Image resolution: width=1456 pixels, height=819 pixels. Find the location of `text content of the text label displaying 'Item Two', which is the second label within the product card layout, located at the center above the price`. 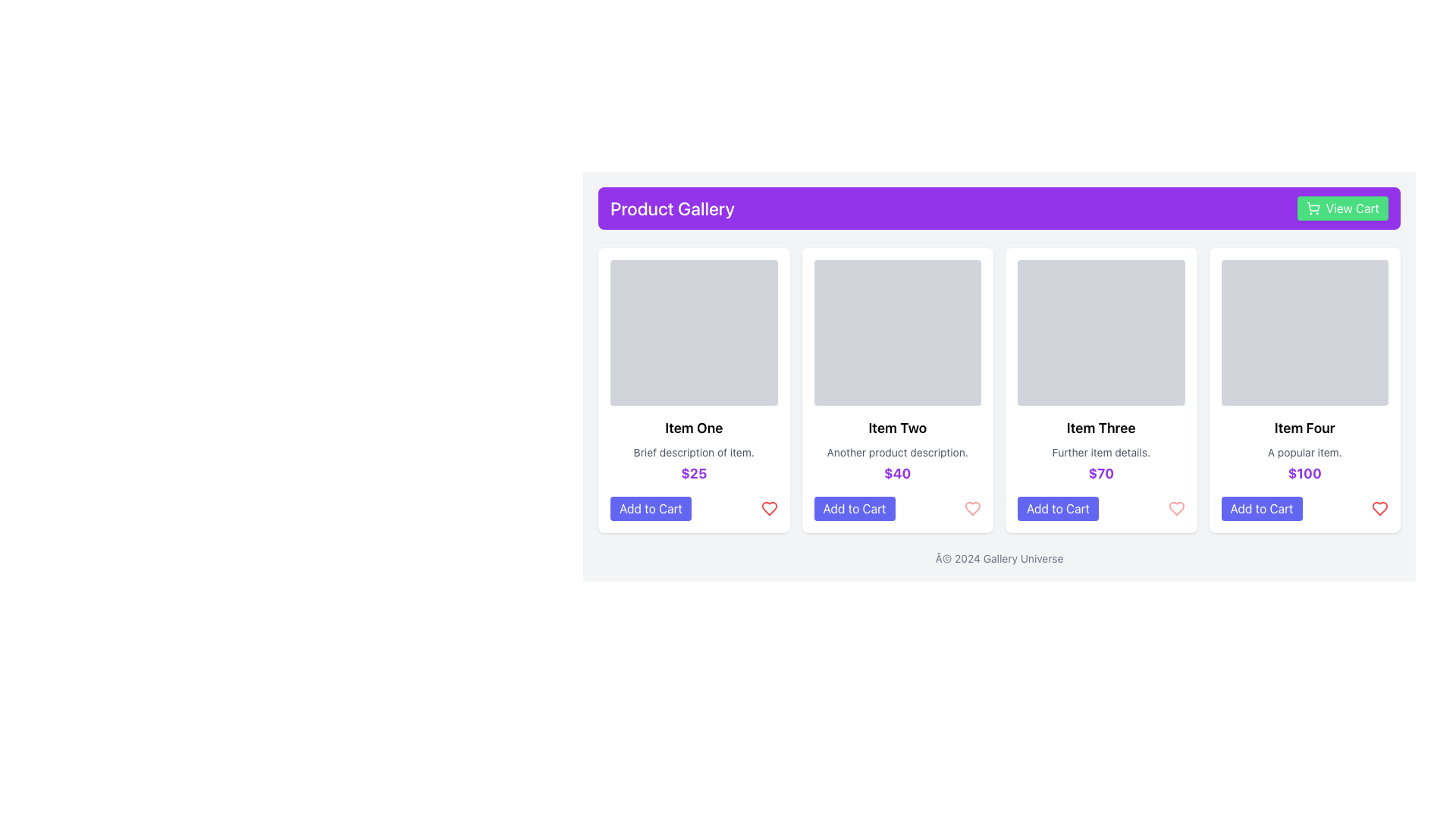

text content of the text label displaying 'Item Two', which is the second label within the product card layout, located at the center above the price is located at coordinates (897, 428).